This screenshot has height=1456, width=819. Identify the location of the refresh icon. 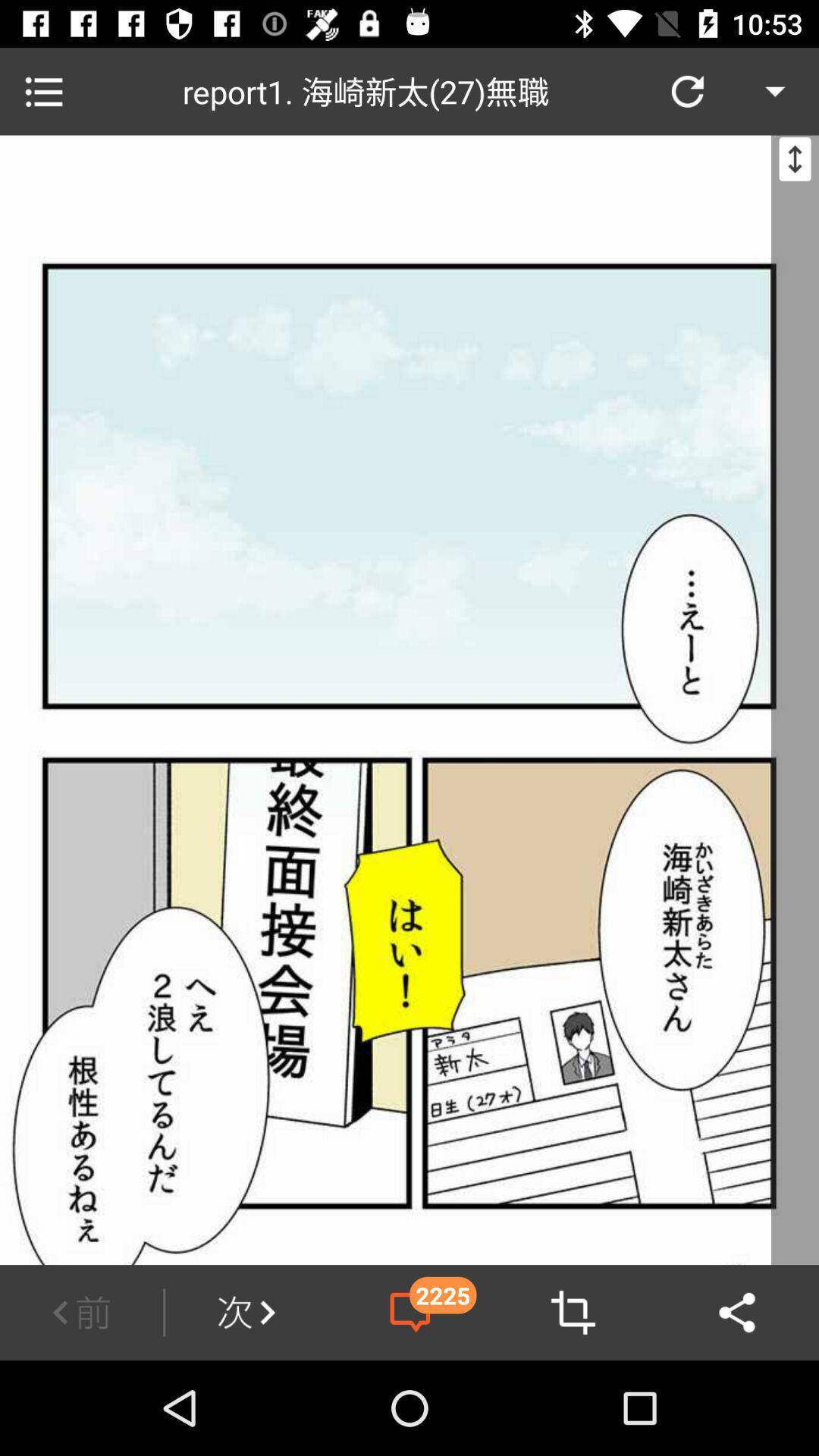
(687, 90).